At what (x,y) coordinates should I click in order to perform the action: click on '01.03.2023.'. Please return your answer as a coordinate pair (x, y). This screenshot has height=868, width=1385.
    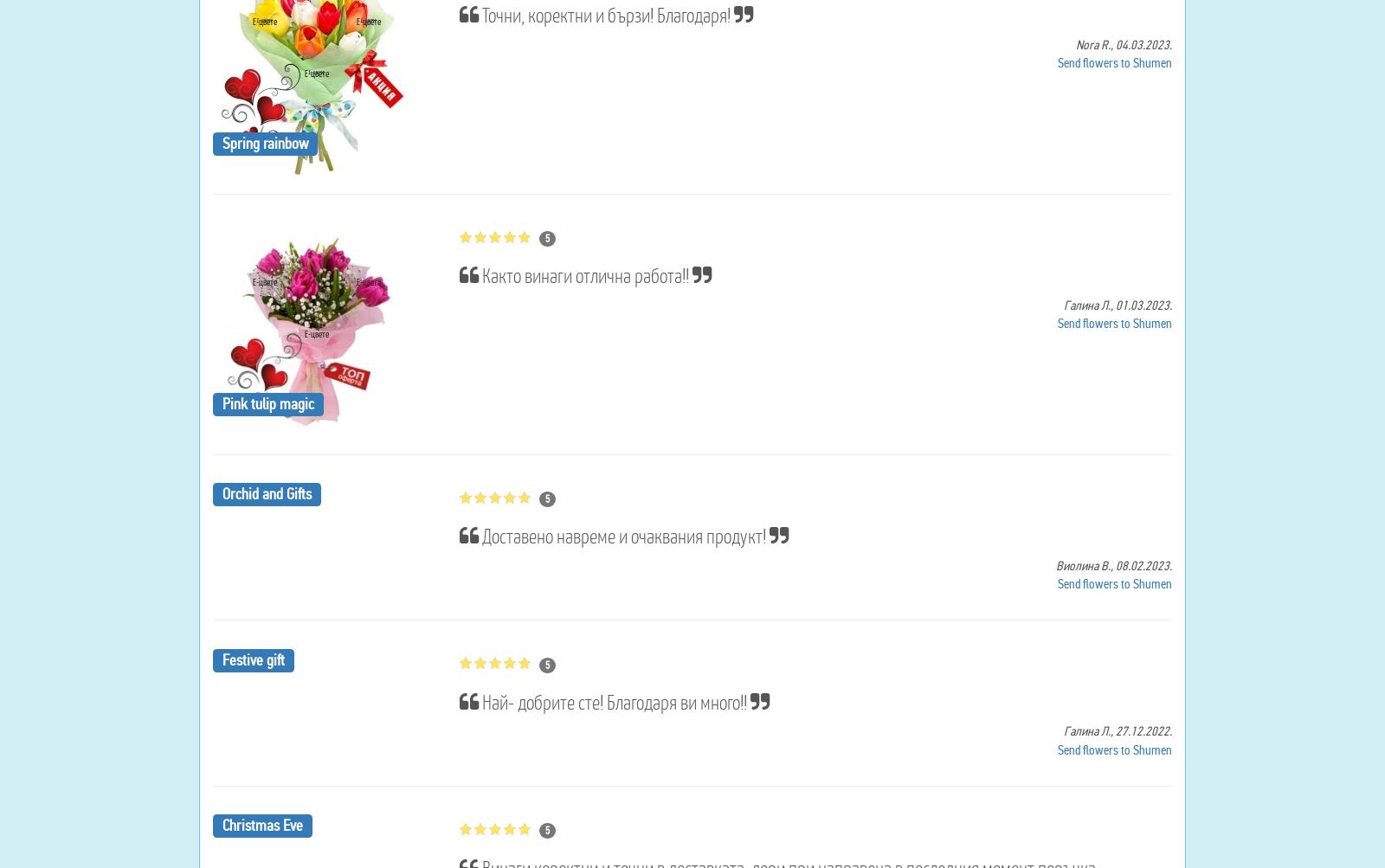
    Looking at the image, I should click on (1114, 303).